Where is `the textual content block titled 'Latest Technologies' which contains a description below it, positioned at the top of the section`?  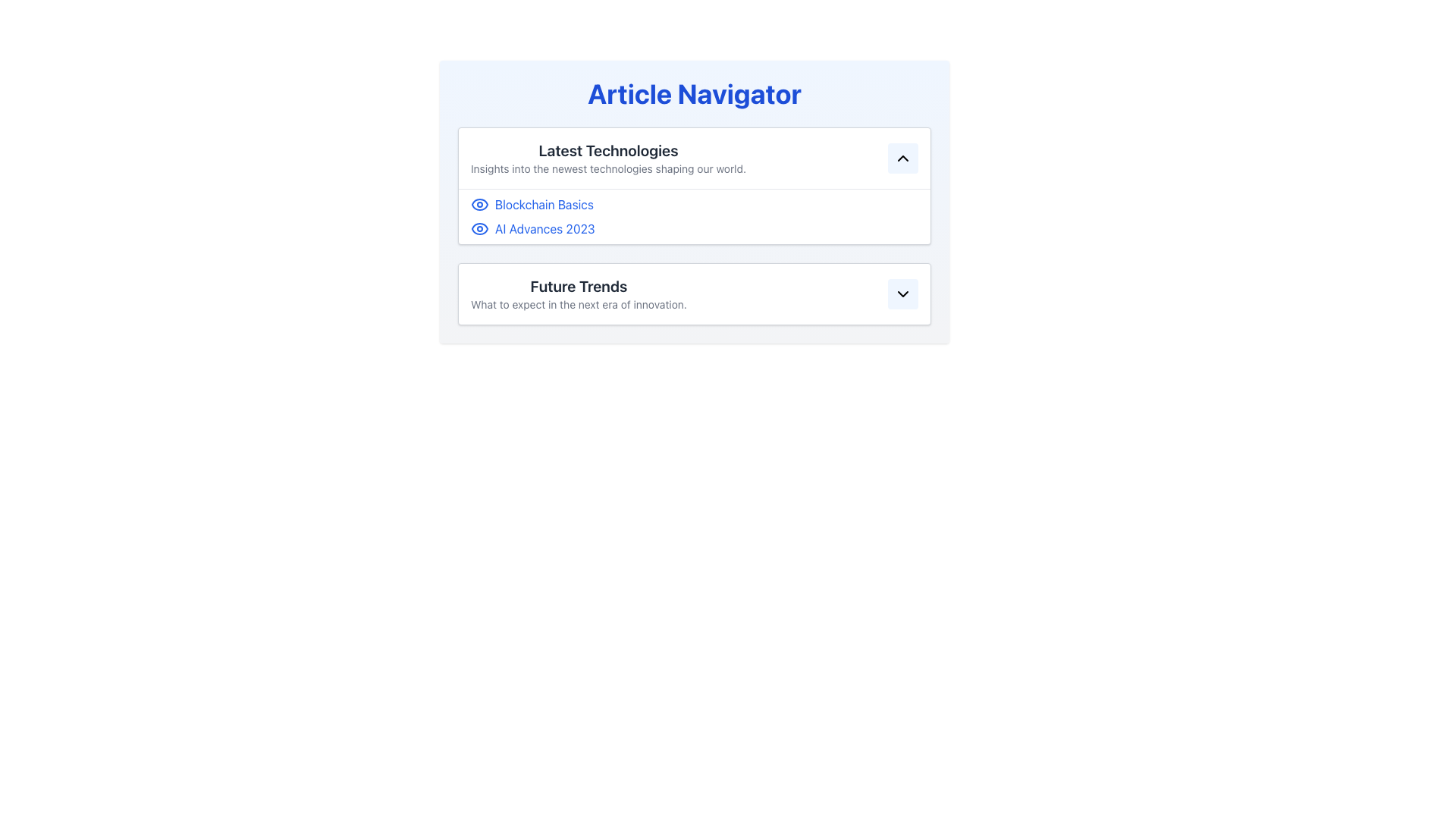 the textual content block titled 'Latest Technologies' which contains a description below it, positioned at the top of the section is located at coordinates (608, 158).